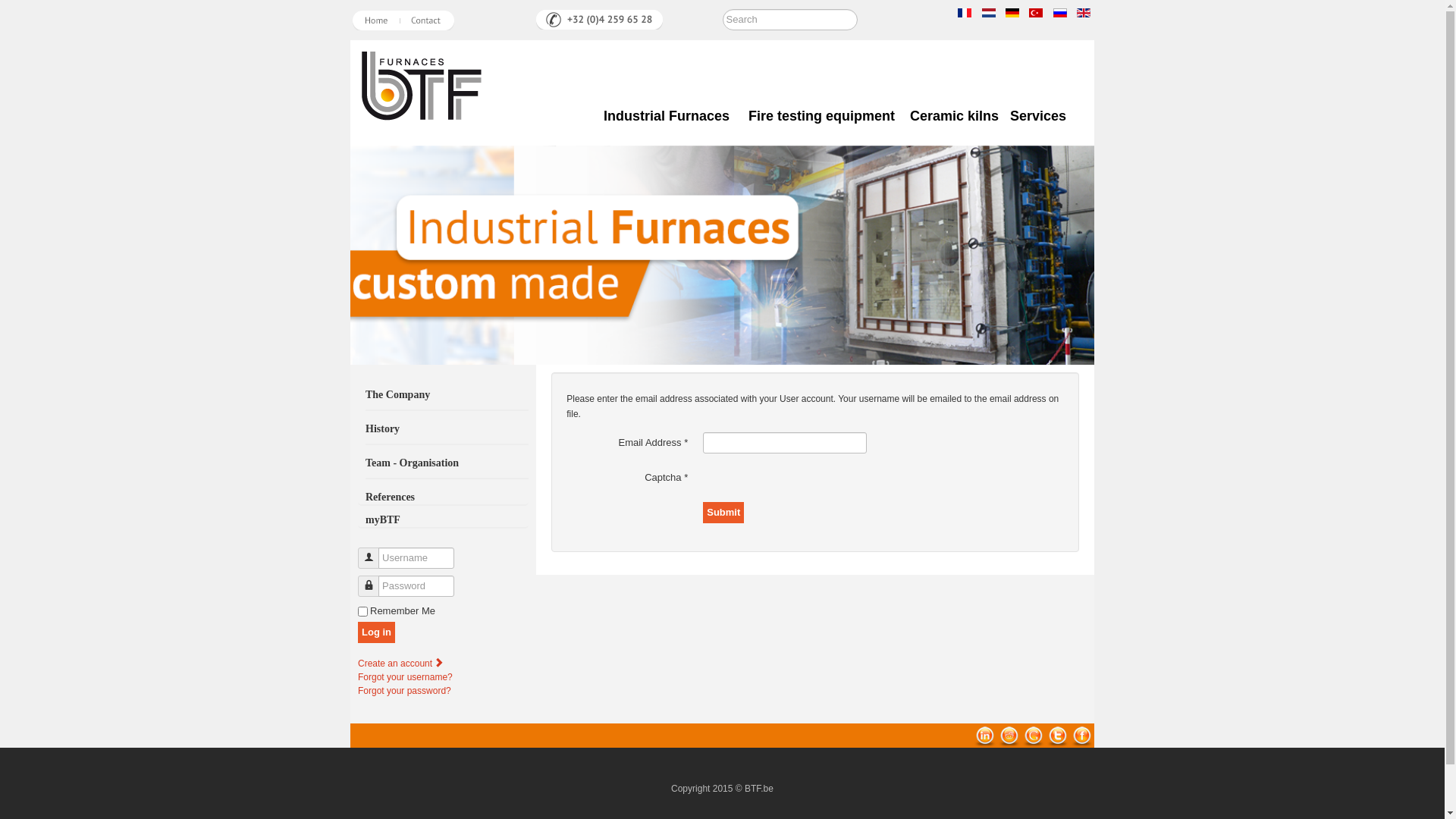 This screenshot has height=819, width=1456. Describe the element at coordinates (356, 514) in the screenshot. I see `'myBTF'` at that location.